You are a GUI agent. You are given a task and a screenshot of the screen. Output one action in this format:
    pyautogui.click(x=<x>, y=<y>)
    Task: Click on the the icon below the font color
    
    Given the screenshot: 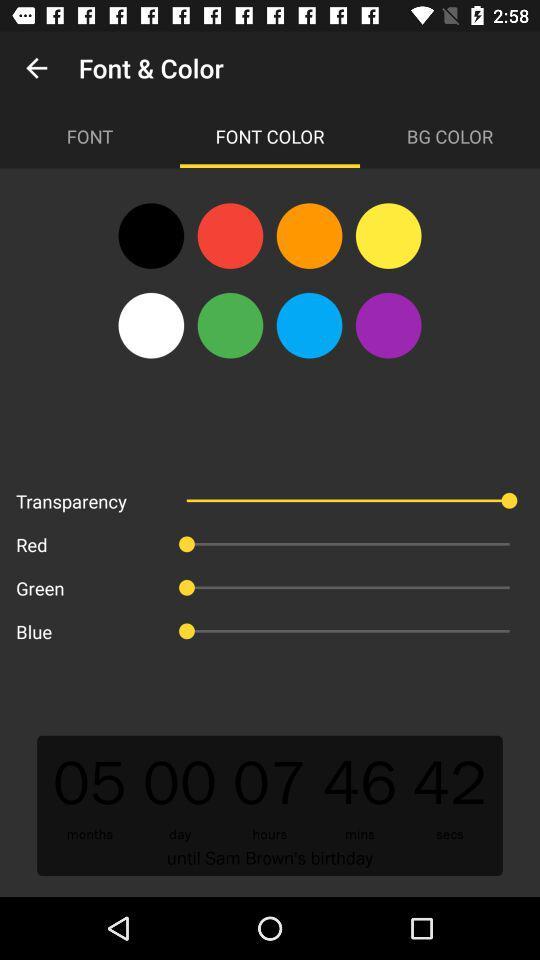 What is the action you would take?
    pyautogui.click(x=388, y=236)
    